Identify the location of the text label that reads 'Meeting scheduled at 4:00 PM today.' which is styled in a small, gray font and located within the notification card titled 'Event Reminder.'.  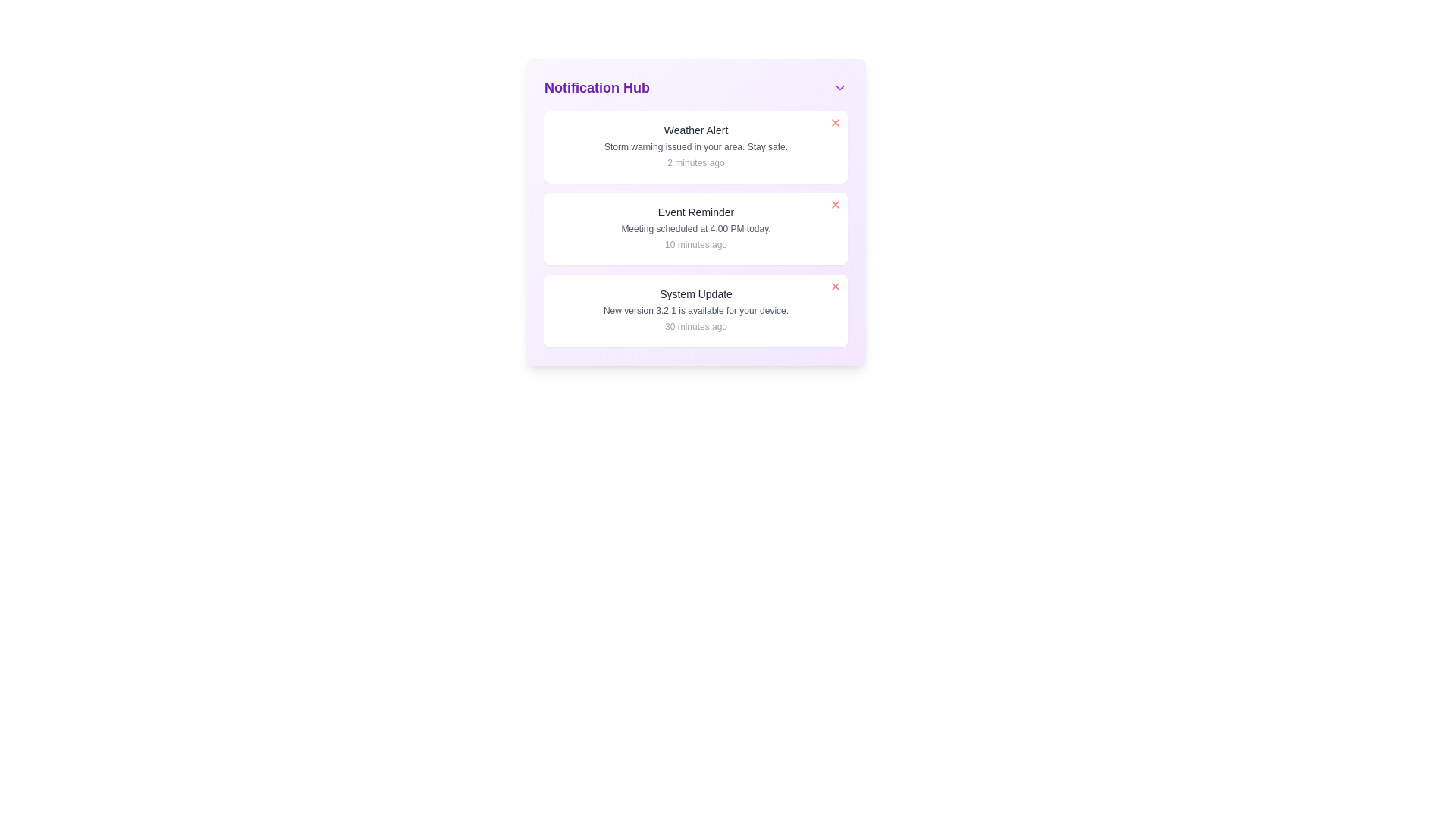
(695, 228).